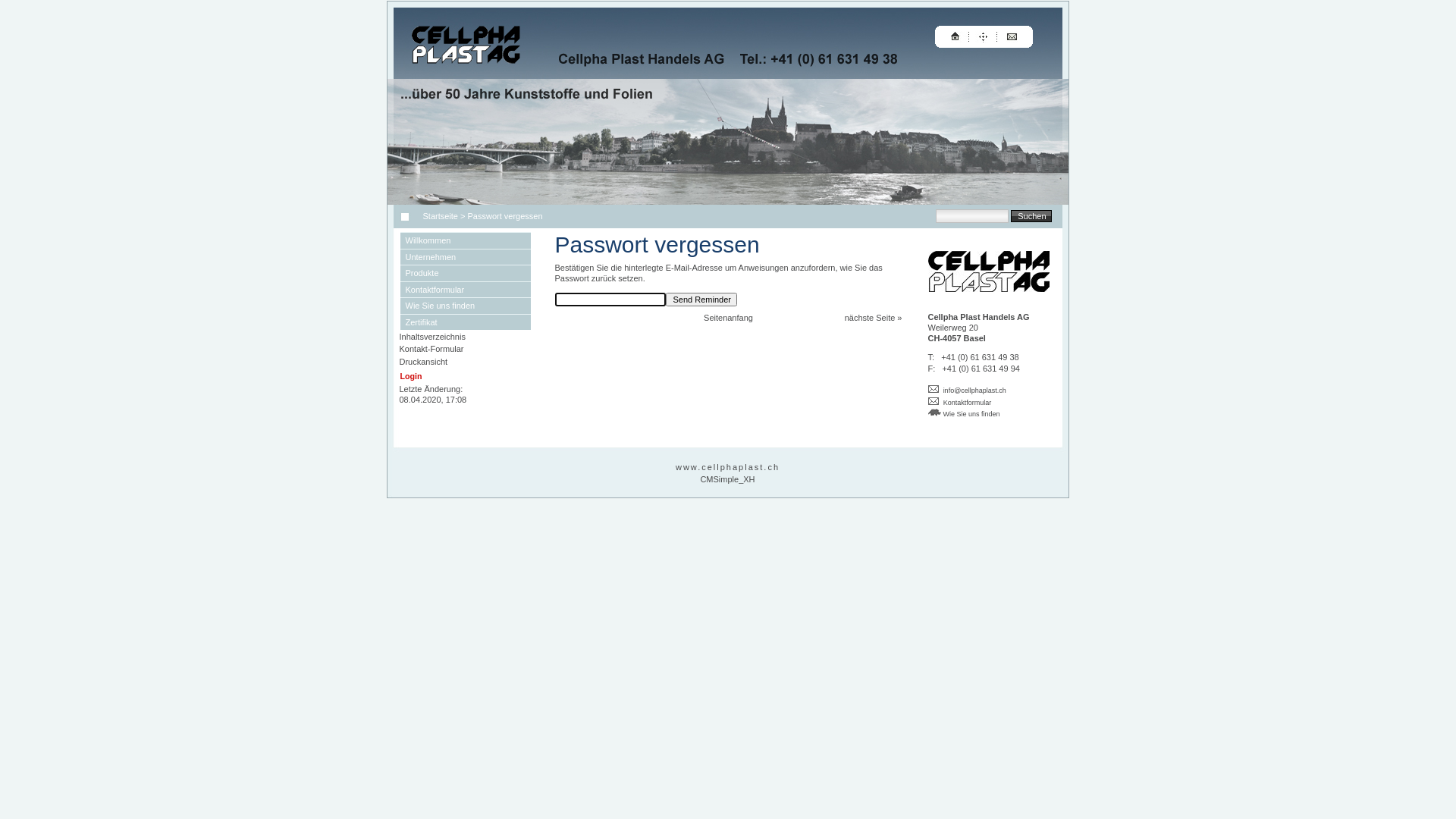 Image resolution: width=1456 pixels, height=819 pixels. I want to click on 'Seitenanfang', so click(728, 317).